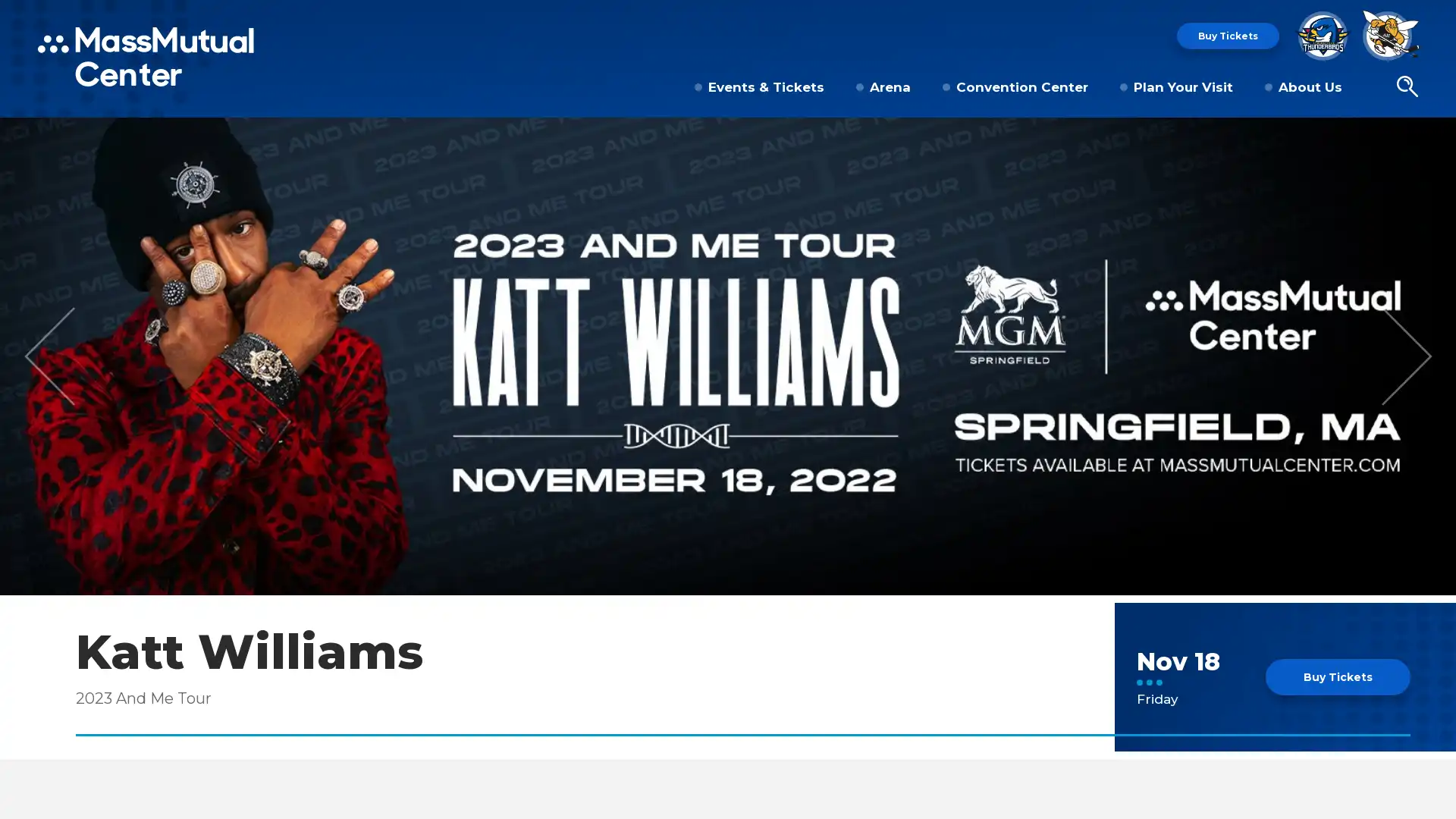 The height and width of the screenshot is (819, 1456). What do you see at coordinates (1406, 87) in the screenshot?
I see `Toggle Search` at bounding box center [1406, 87].